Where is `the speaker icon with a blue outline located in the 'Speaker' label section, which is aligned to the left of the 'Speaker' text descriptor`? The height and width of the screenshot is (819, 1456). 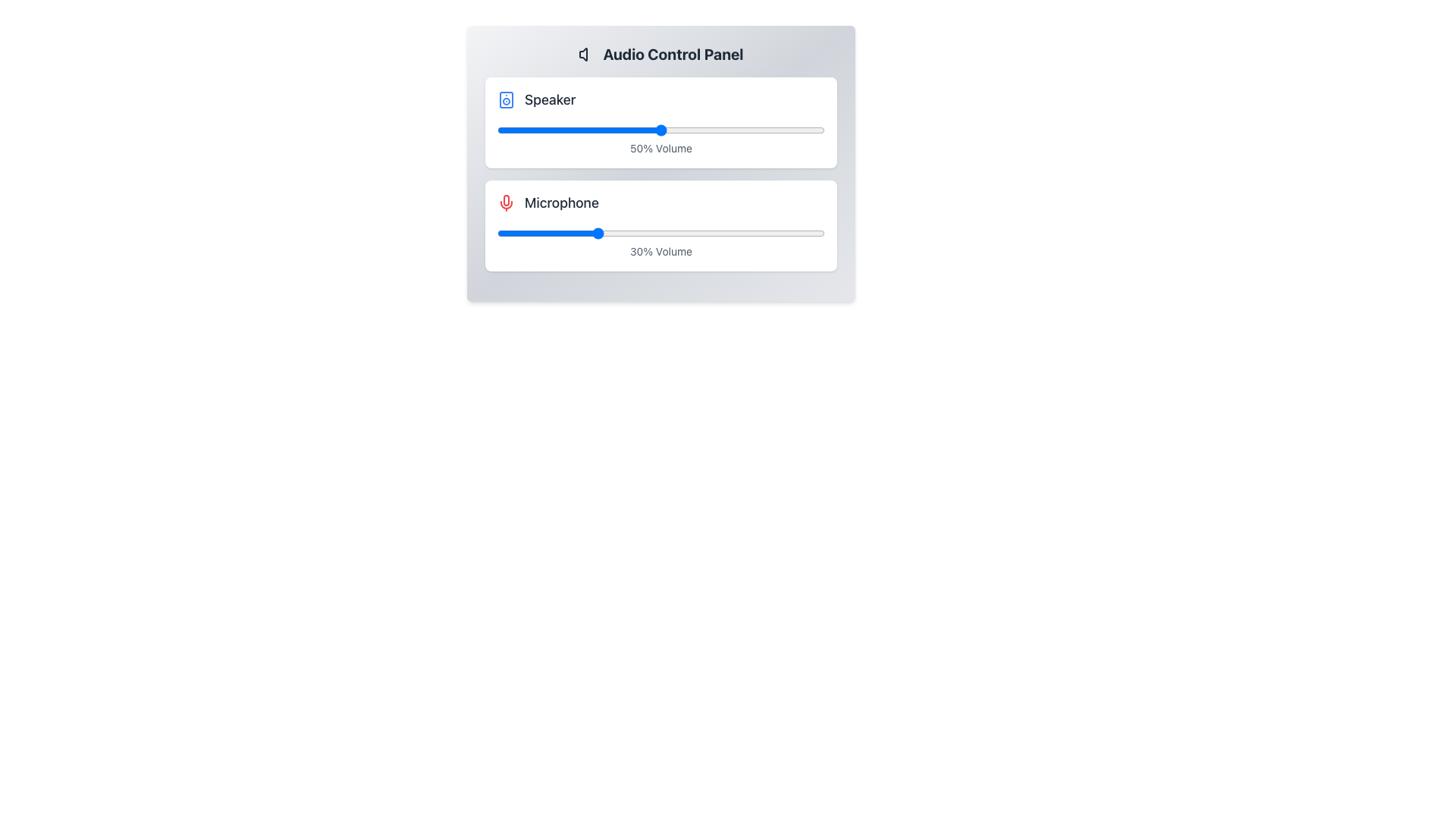
the speaker icon with a blue outline located in the 'Speaker' label section, which is aligned to the left of the 'Speaker' text descriptor is located at coordinates (506, 99).